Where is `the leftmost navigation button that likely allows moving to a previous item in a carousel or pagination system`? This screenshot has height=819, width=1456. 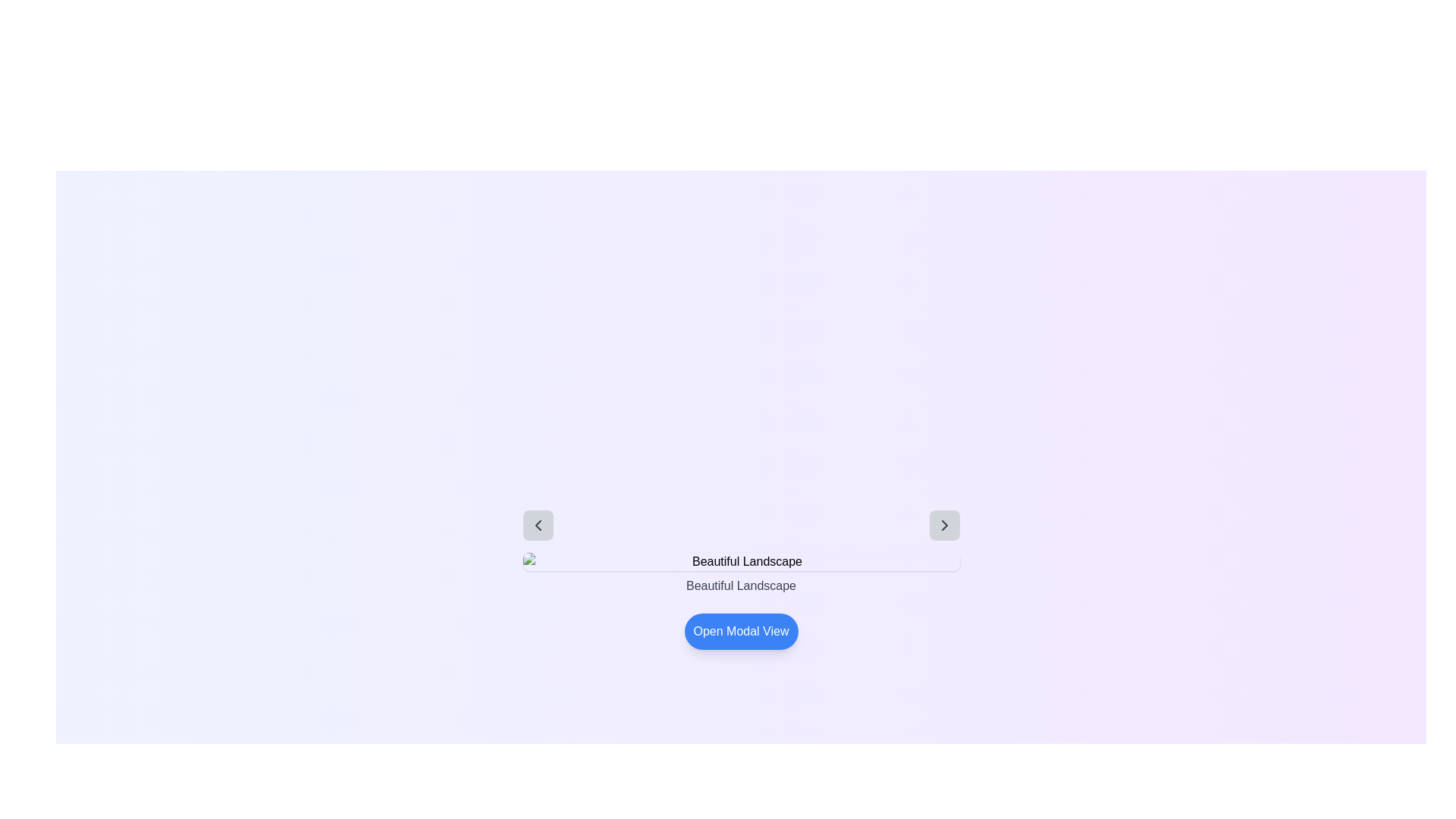
the leftmost navigation button that likely allows moving to a previous item in a carousel or pagination system is located at coordinates (538, 525).